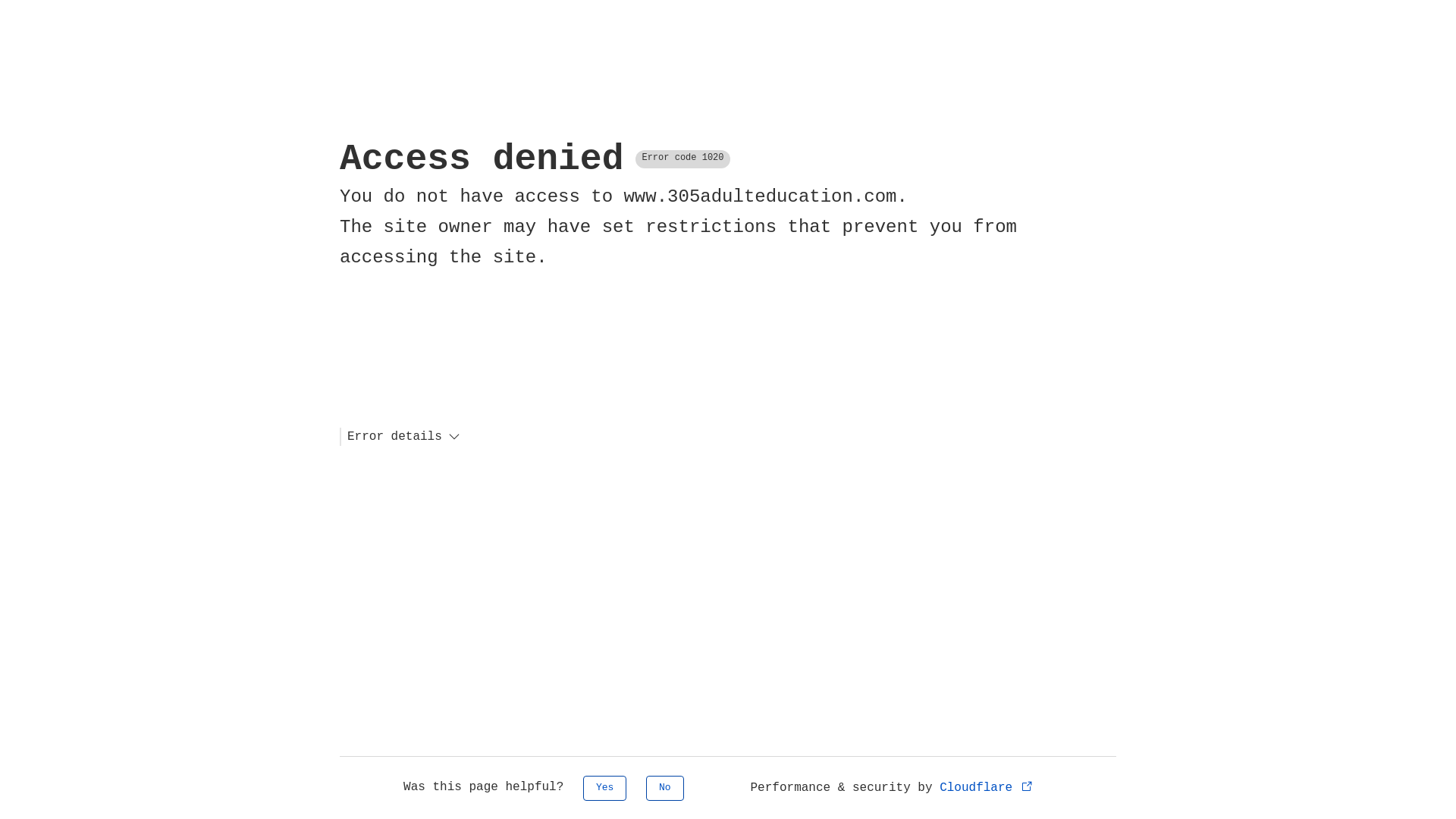  Describe the element at coordinates (987, 786) in the screenshot. I see `'Cloudflare'` at that location.